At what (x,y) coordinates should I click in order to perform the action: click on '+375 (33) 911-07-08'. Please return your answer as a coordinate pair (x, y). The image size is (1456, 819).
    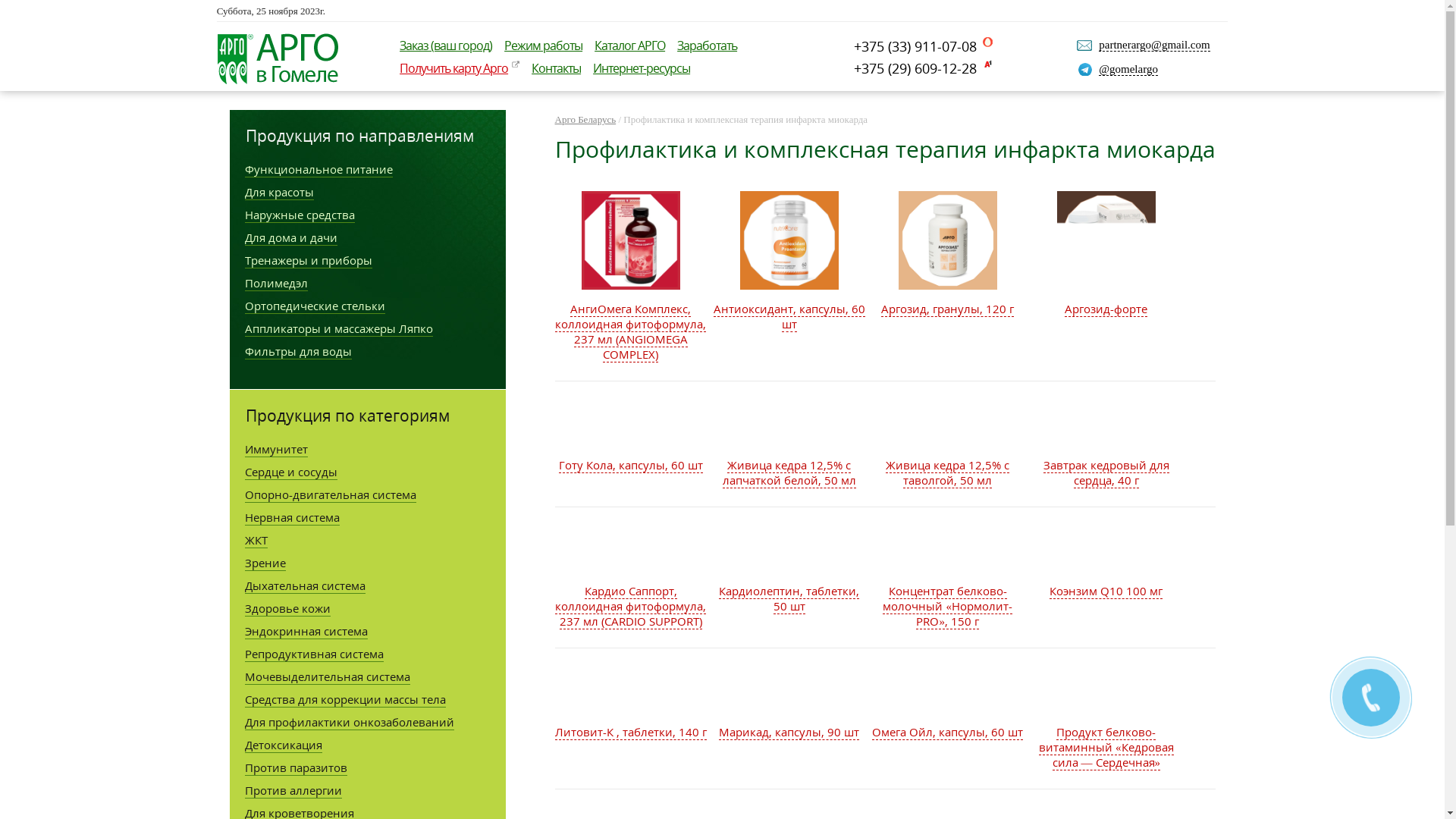
    Looking at the image, I should click on (854, 45).